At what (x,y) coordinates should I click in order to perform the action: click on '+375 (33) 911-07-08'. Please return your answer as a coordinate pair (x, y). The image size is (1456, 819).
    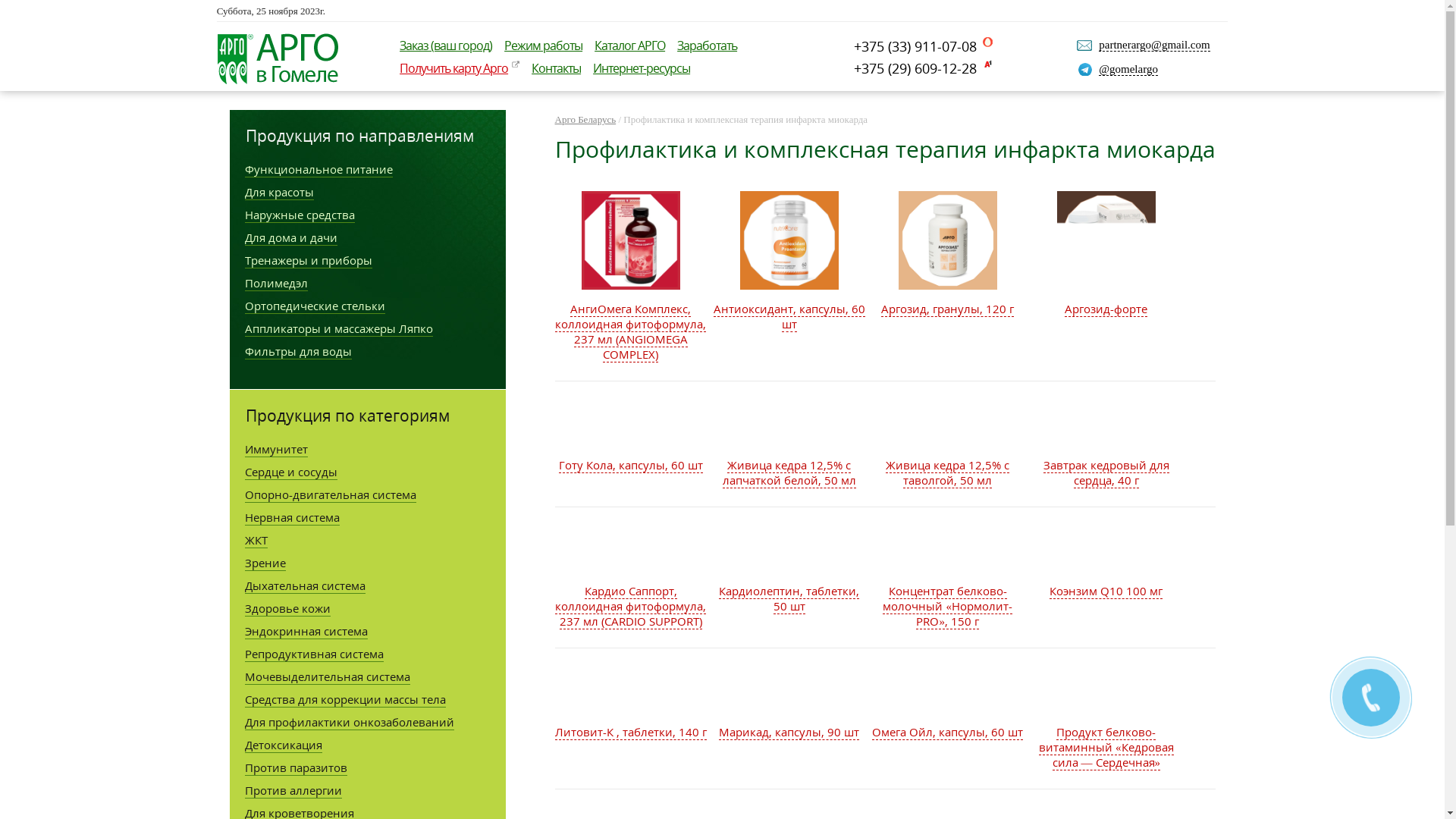
    Looking at the image, I should click on (854, 45).